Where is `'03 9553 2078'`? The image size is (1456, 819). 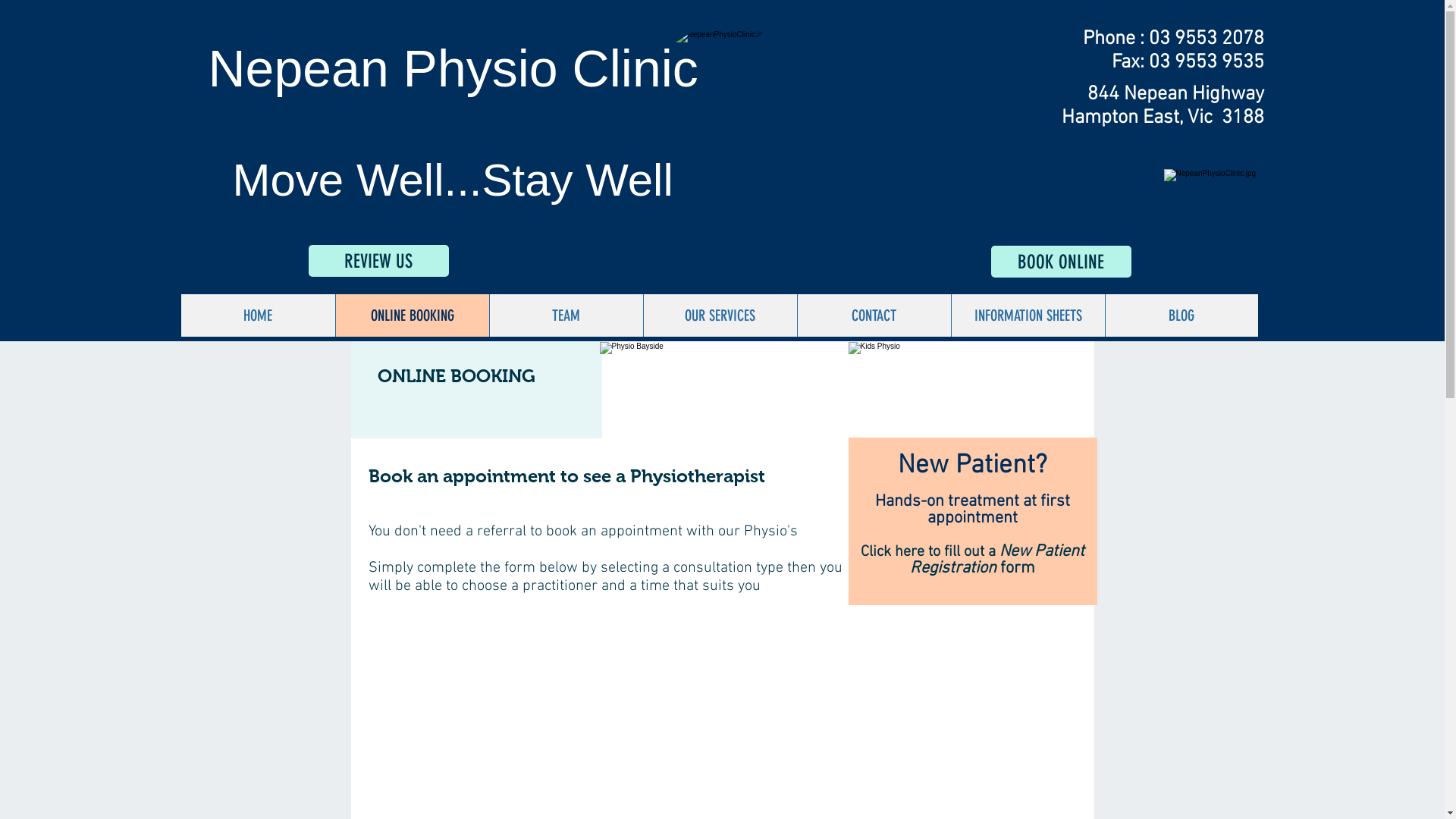
'03 9553 2078' is located at coordinates (1204, 38).